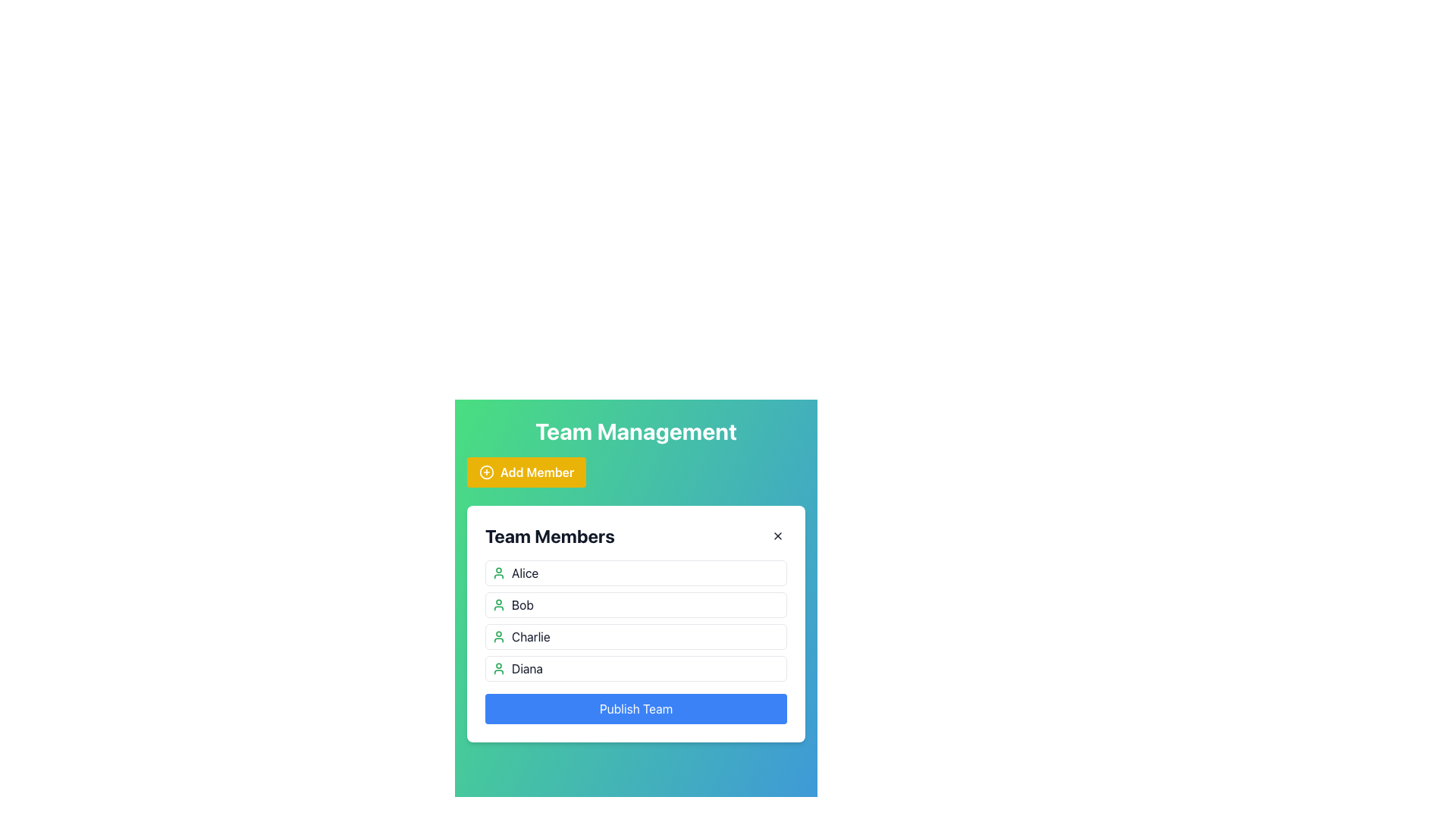 This screenshot has height=819, width=1456. I want to click on the Decorative SVG element, which is a circular shape with no fill and a prominent border, located in the 'Team Management' section next to the 'Add Member' label, so click(487, 472).